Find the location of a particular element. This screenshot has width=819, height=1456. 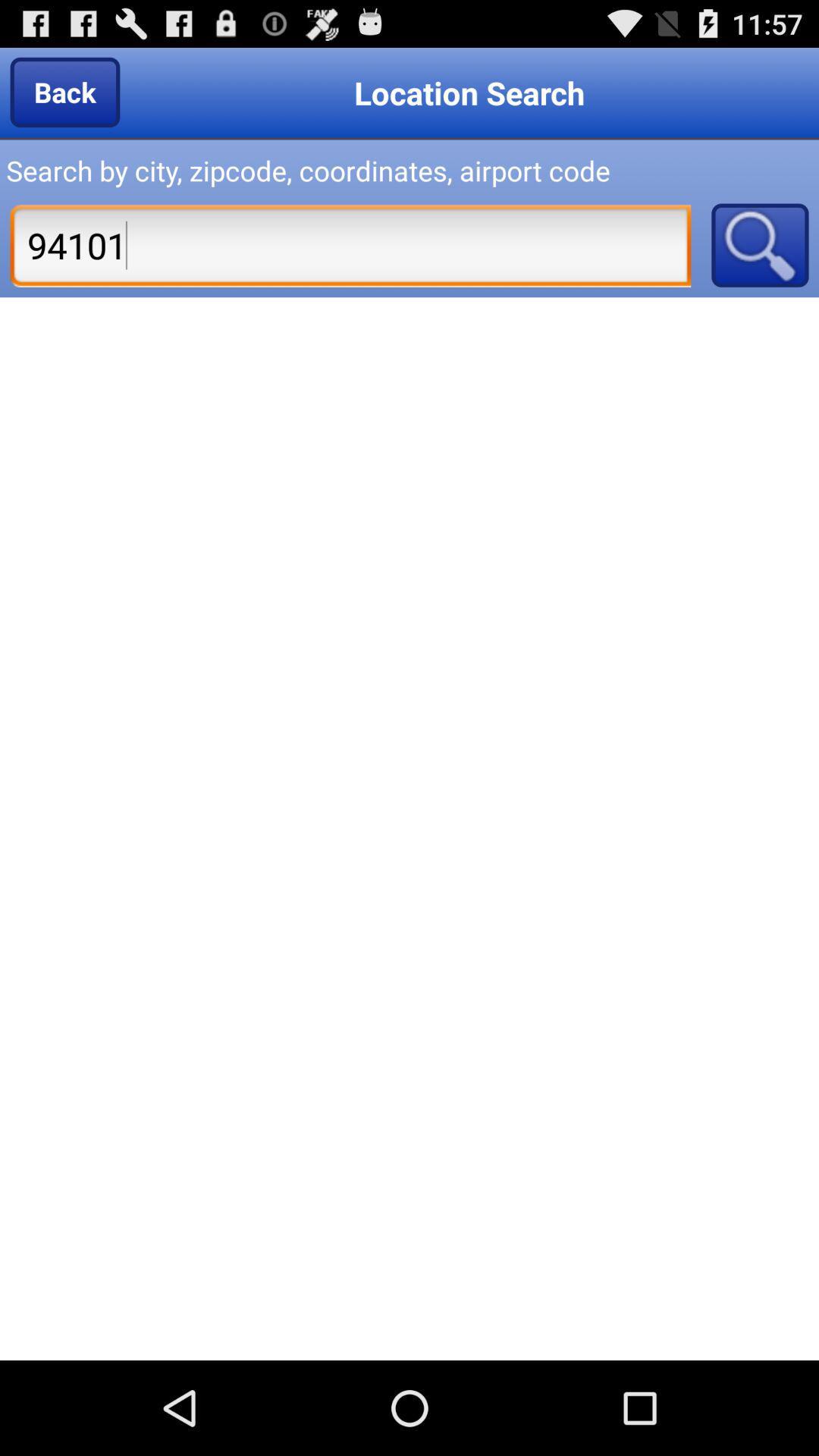

icon next to the location search is located at coordinates (64, 91).